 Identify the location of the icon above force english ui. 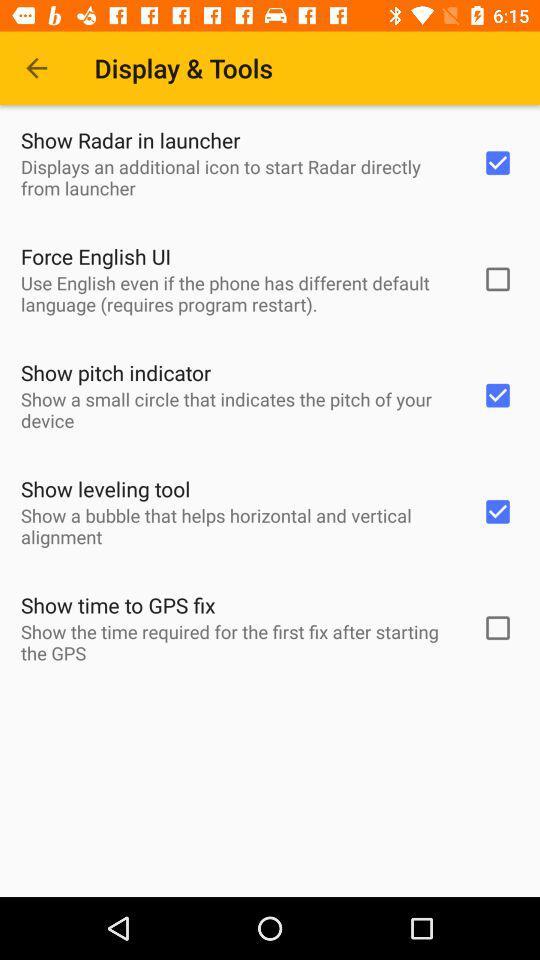
(238, 176).